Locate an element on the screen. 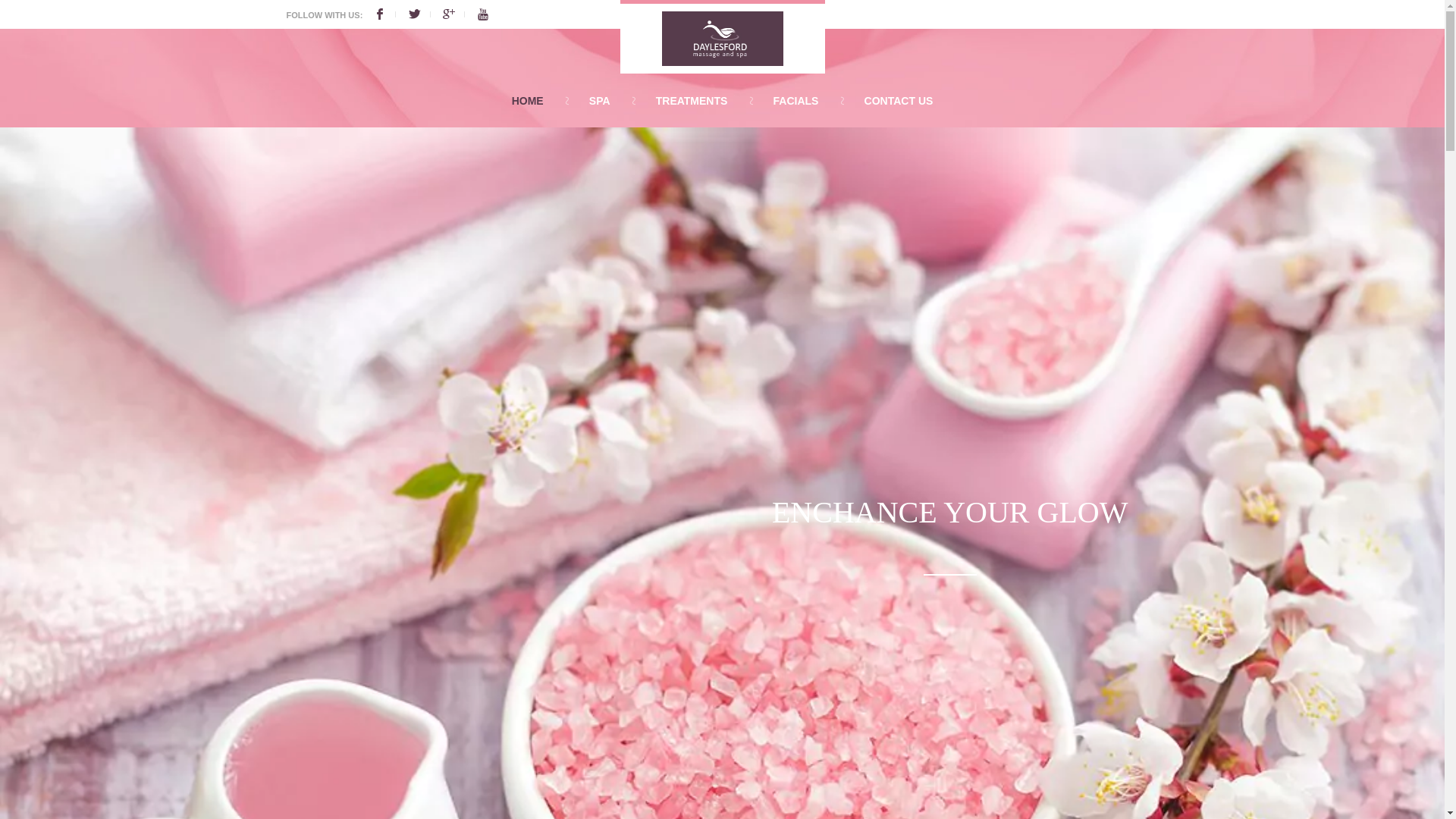  'SPA' is located at coordinates (599, 100).